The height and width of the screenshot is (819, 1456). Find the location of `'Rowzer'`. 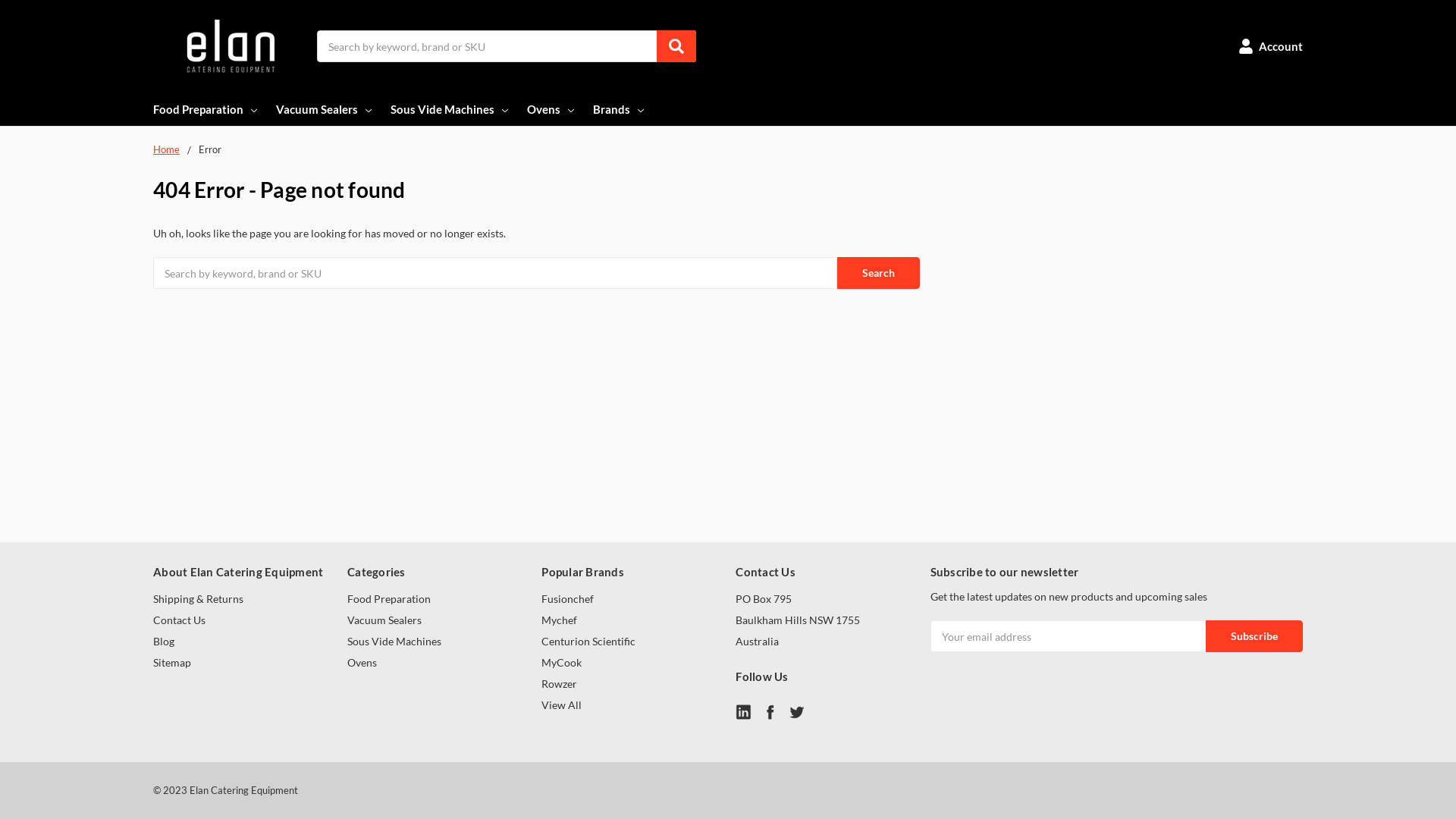

'Rowzer' is located at coordinates (558, 683).